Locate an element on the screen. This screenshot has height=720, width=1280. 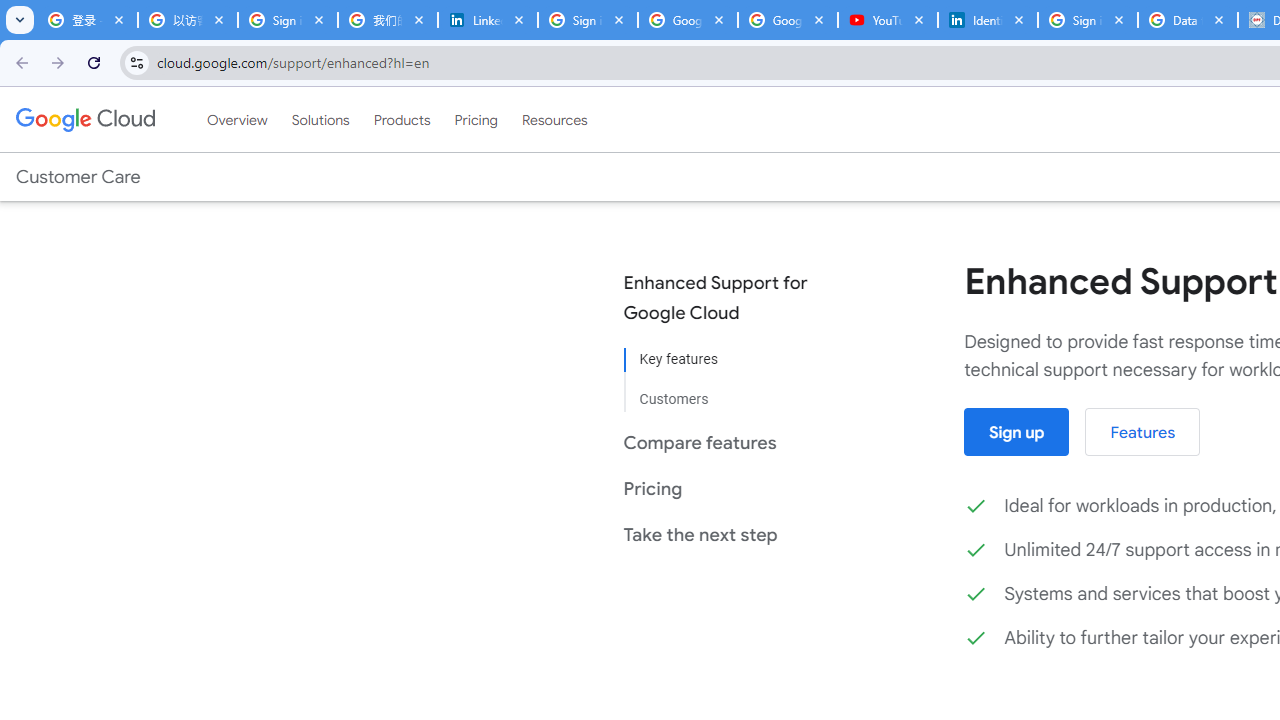
'Resources' is located at coordinates (554, 119).